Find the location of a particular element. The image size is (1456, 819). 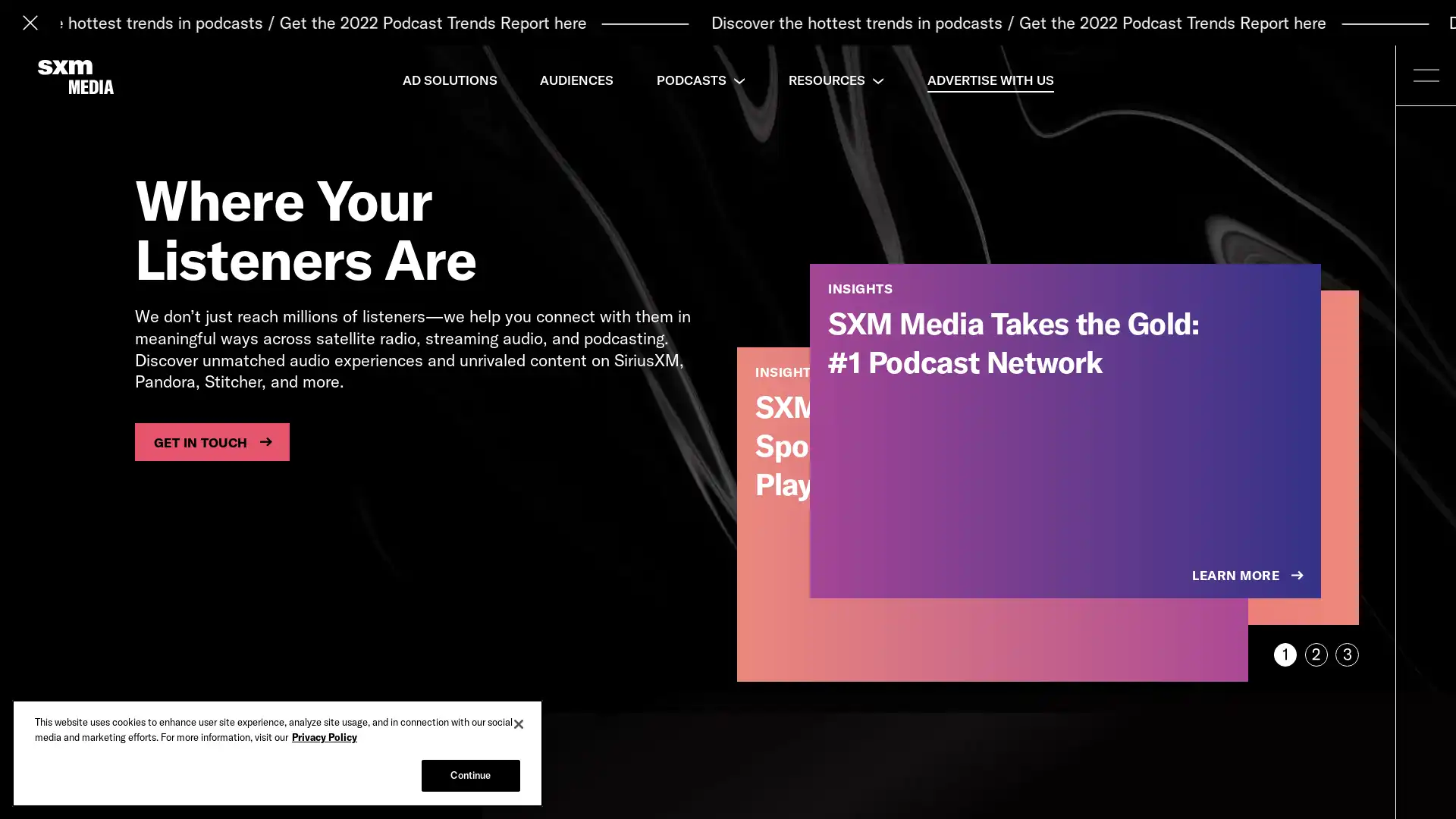

GET IN TOUCH is located at coordinates (211, 441).